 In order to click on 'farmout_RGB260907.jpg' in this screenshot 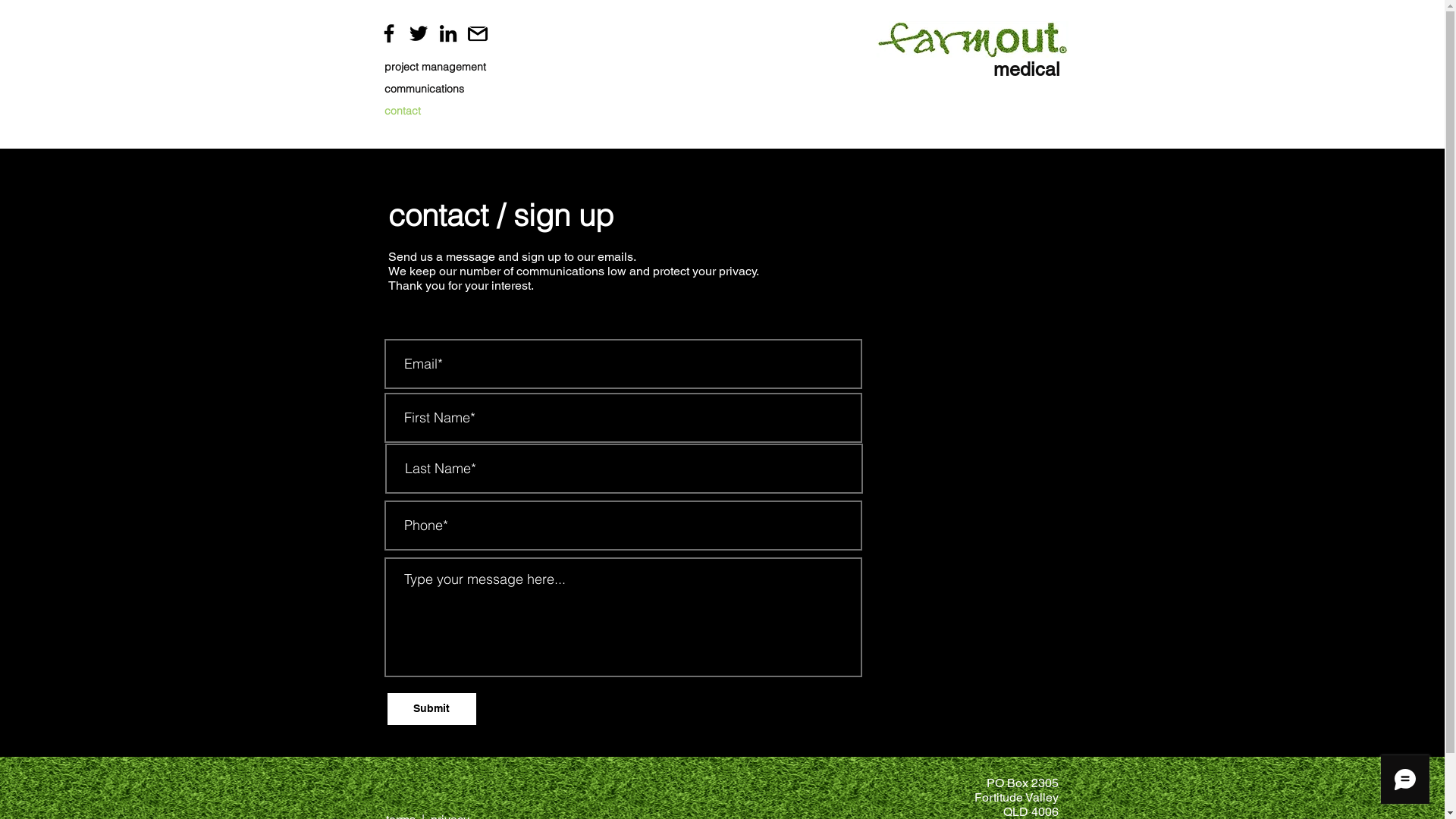, I will do `click(972, 39)`.